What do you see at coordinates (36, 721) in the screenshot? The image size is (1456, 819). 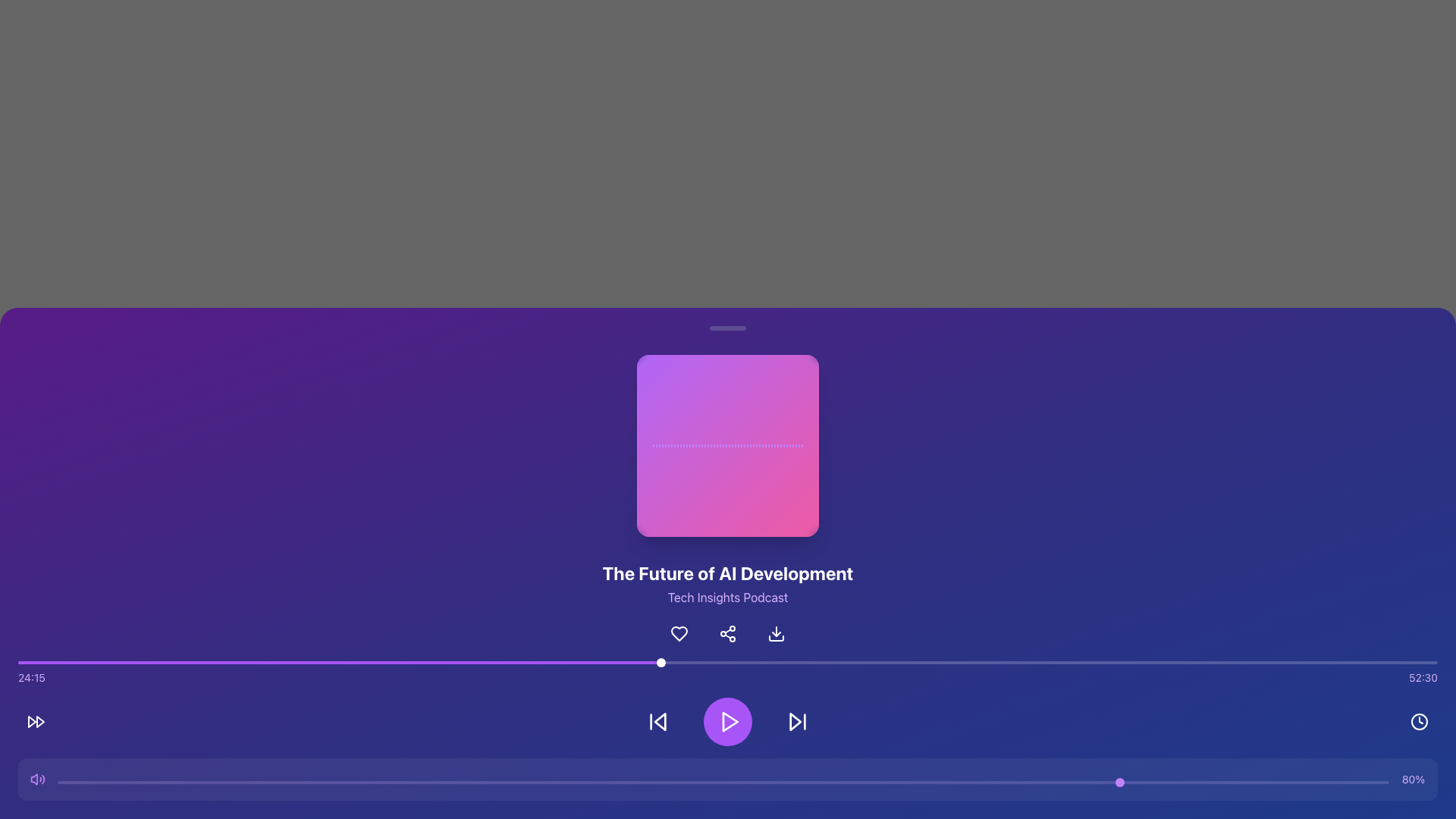 I see `the fast-forward button located second to the right in the media playback control group at the bottom of the interface` at bounding box center [36, 721].